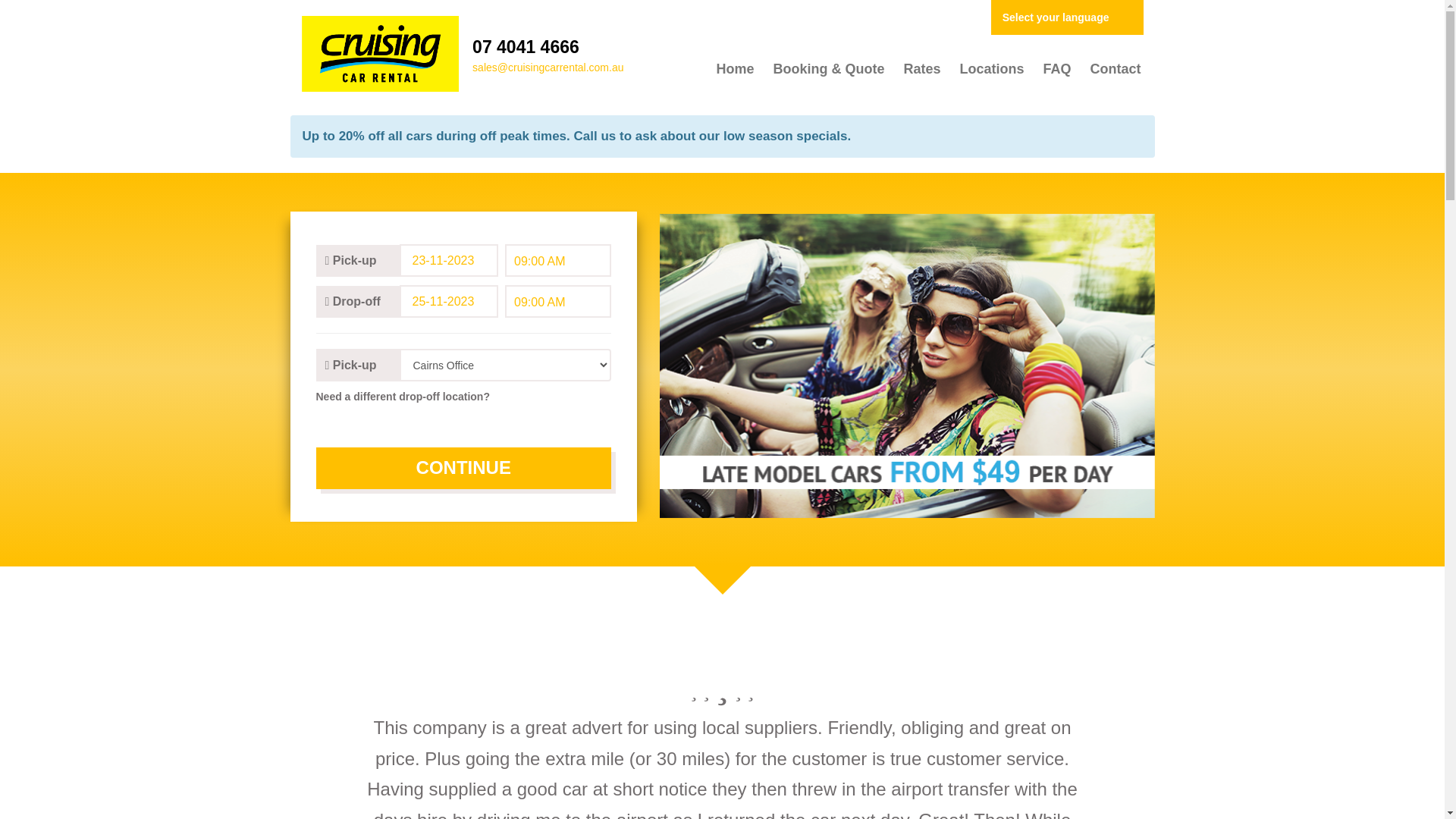  What do you see at coordinates (1055, 68) in the screenshot?
I see `'FAQ'` at bounding box center [1055, 68].